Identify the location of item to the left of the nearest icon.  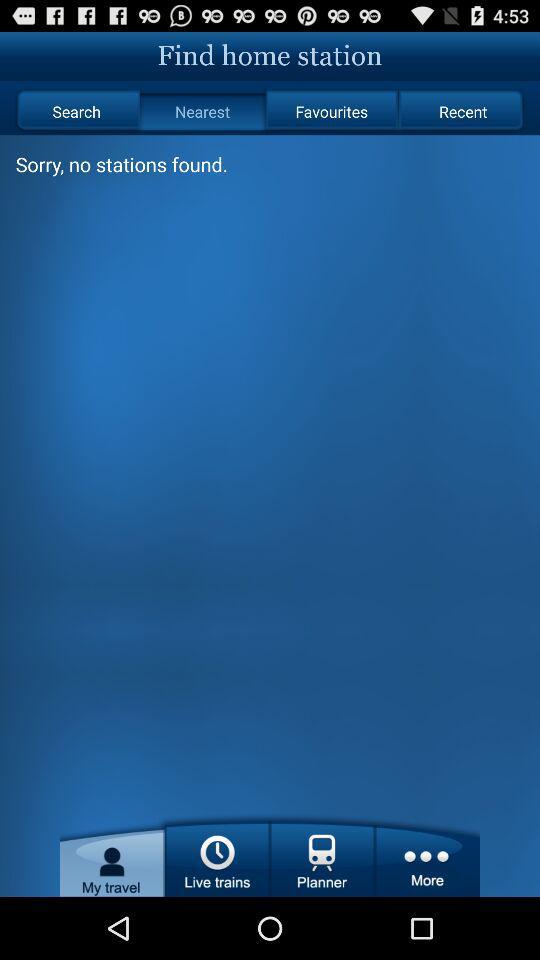
(75, 111).